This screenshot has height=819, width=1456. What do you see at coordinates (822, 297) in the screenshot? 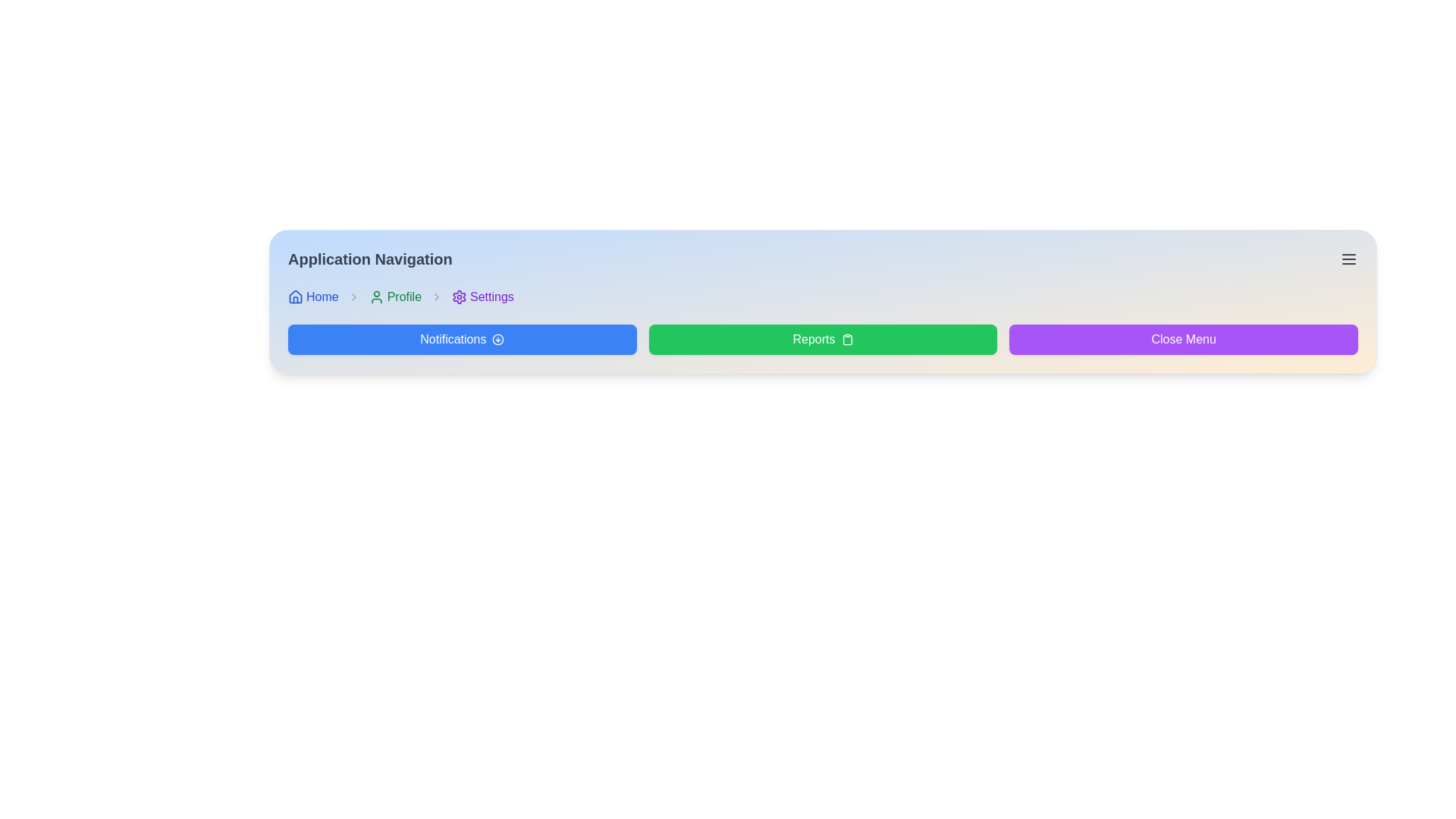
I see `the Navigation bar` at bounding box center [822, 297].